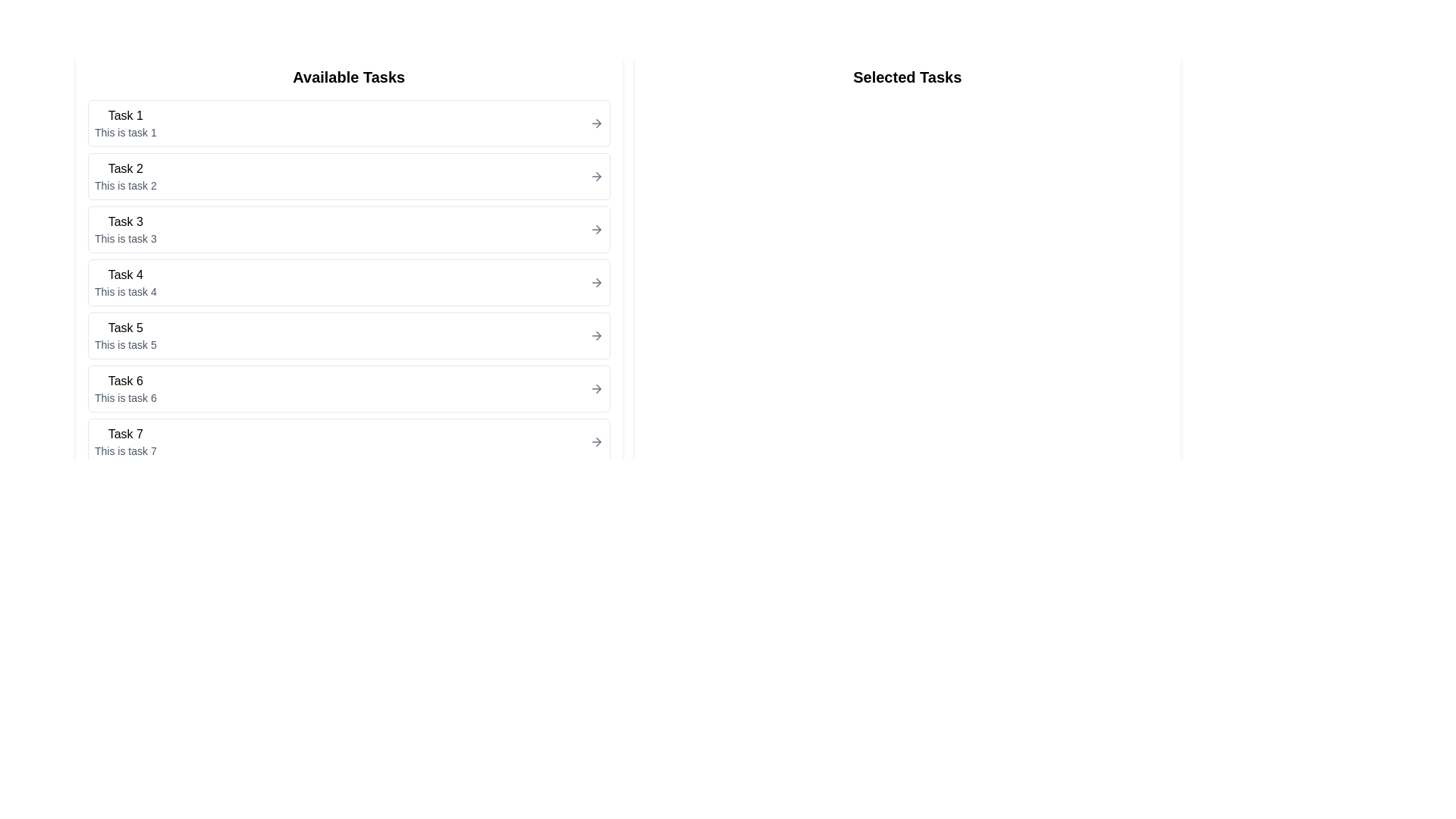 The width and height of the screenshot is (1456, 819). Describe the element at coordinates (595, 335) in the screenshot. I see `the icon button located at the far-right end of the 'Task 5' block to proceed to the next step or page` at that location.